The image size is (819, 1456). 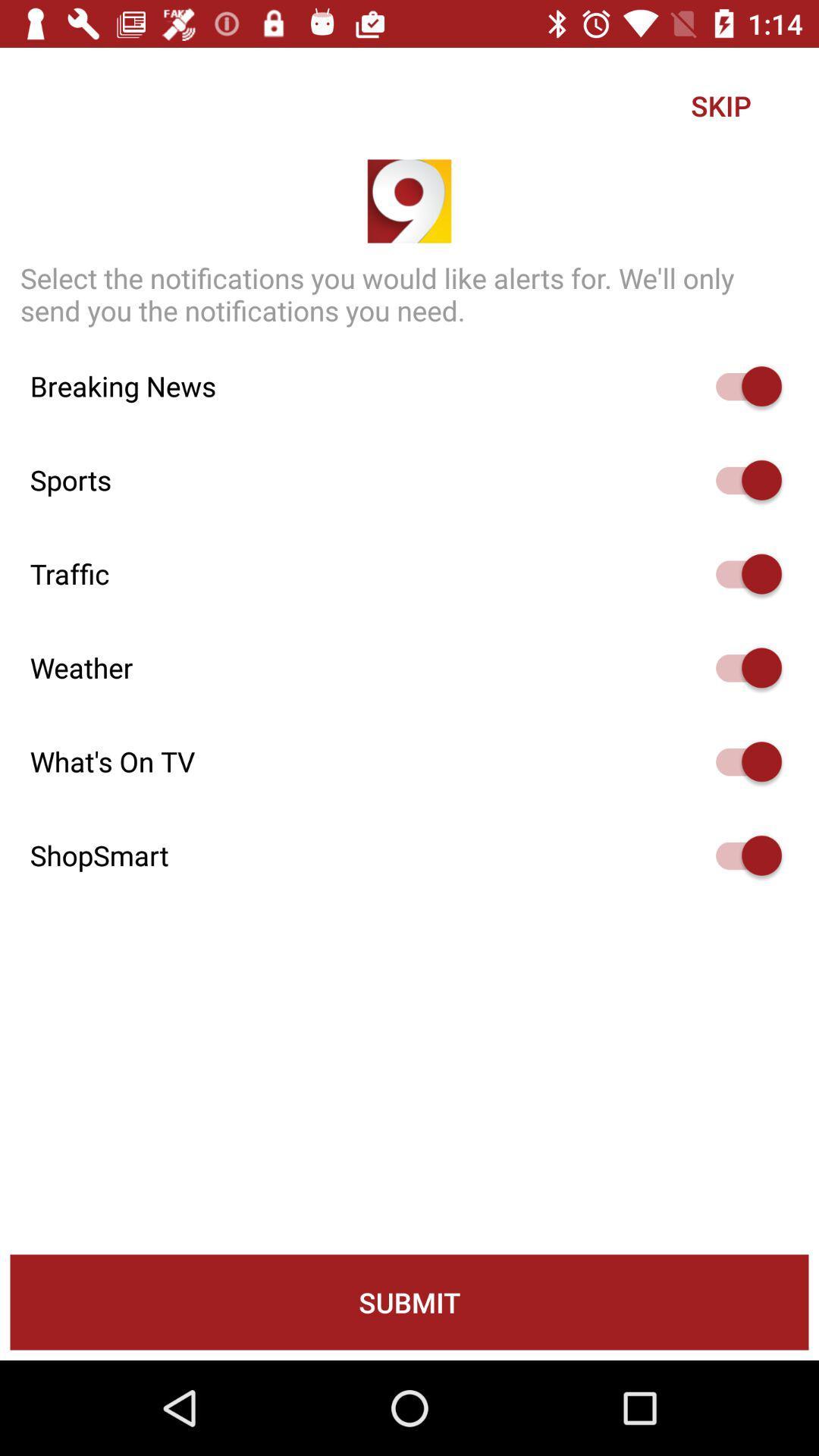 What do you see at coordinates (741, 479) in the screenshot?
I see `off button` at bounding box center [741, 479].